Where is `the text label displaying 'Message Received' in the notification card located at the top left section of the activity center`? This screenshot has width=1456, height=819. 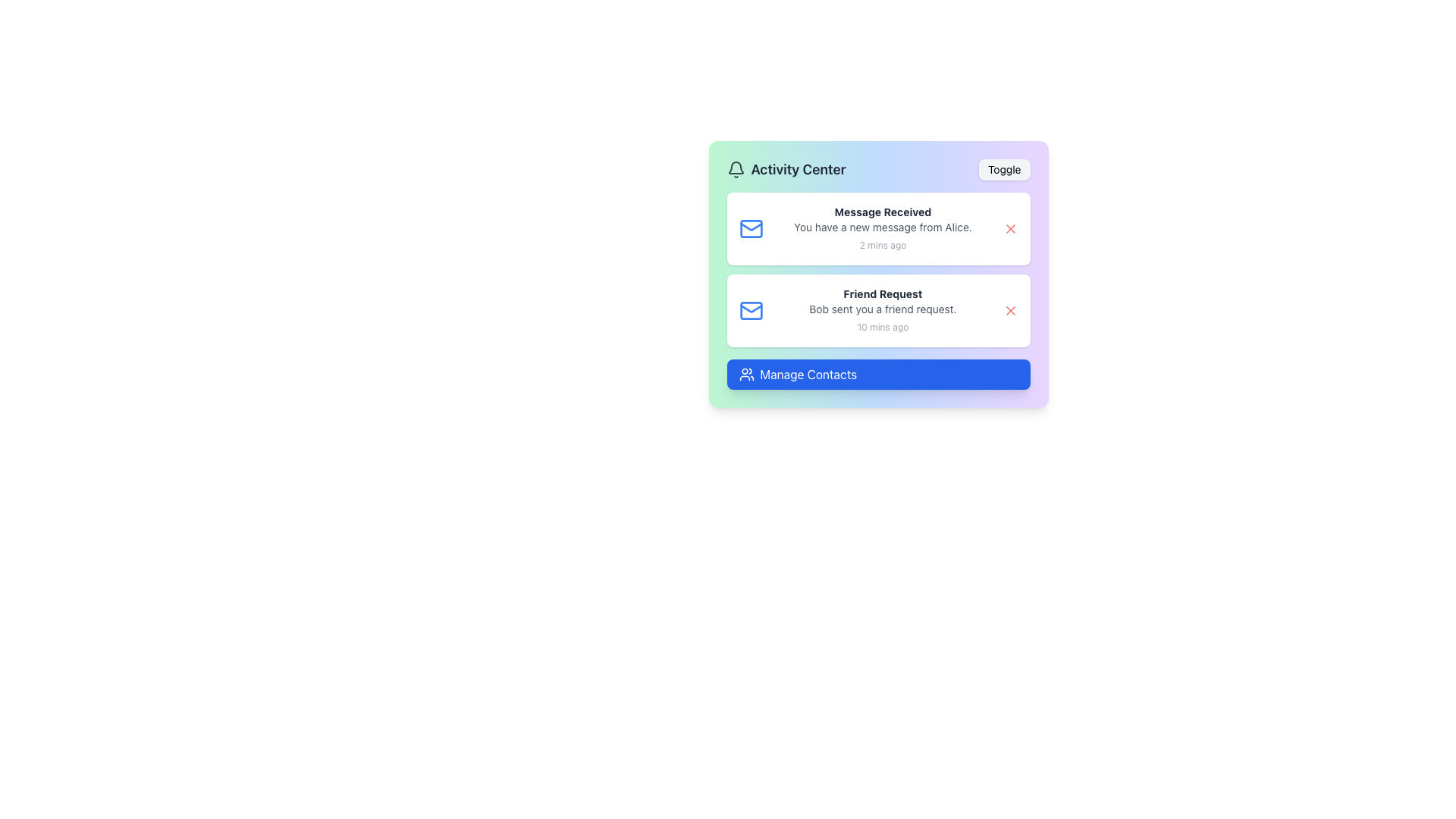
the text label displaying 'Message Received' in the notification card located at the top left section of the activity center is located at coordinates (883, 212).